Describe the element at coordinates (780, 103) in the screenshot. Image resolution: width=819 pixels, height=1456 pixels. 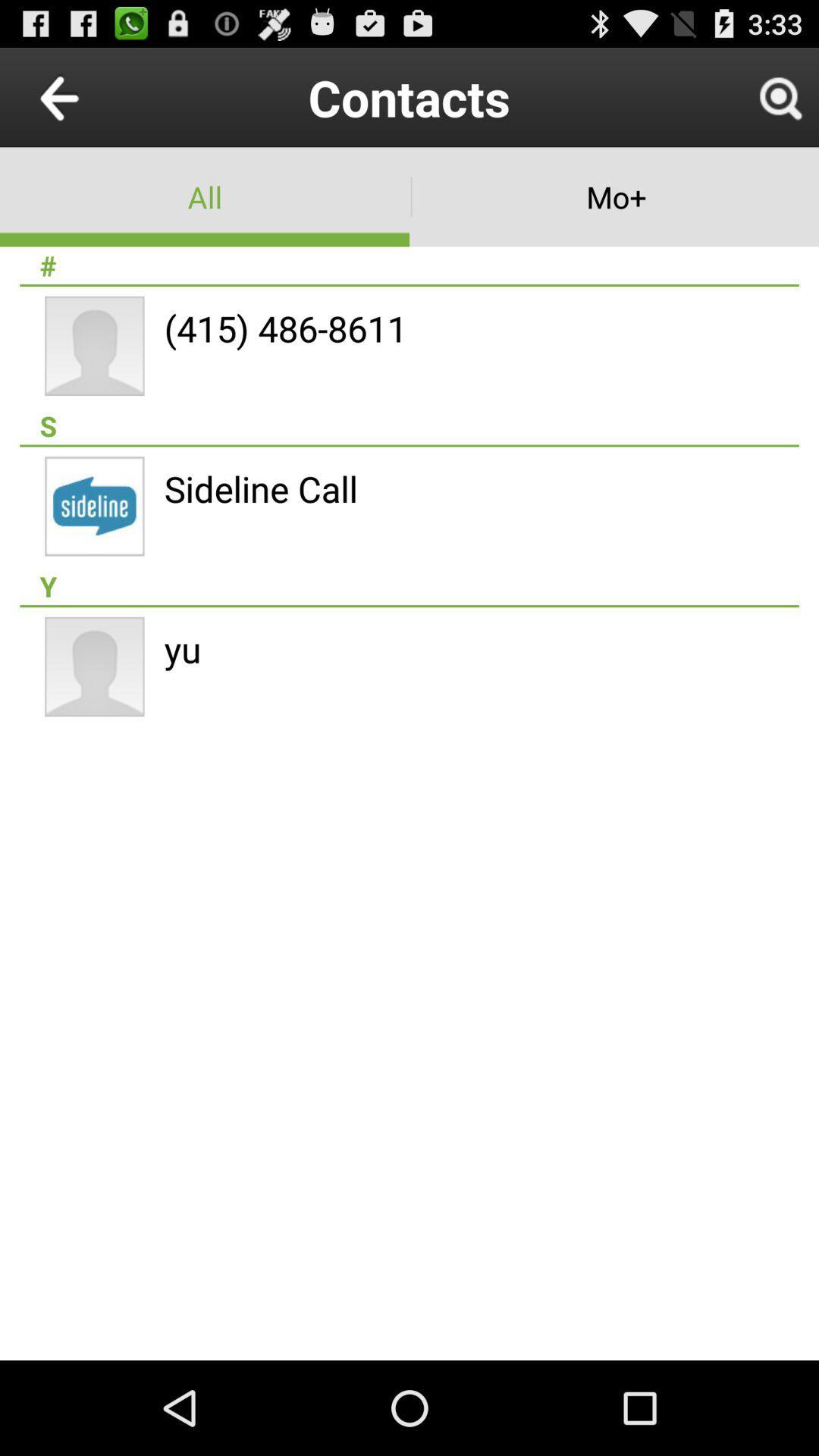
I see `the search icon` at that location.